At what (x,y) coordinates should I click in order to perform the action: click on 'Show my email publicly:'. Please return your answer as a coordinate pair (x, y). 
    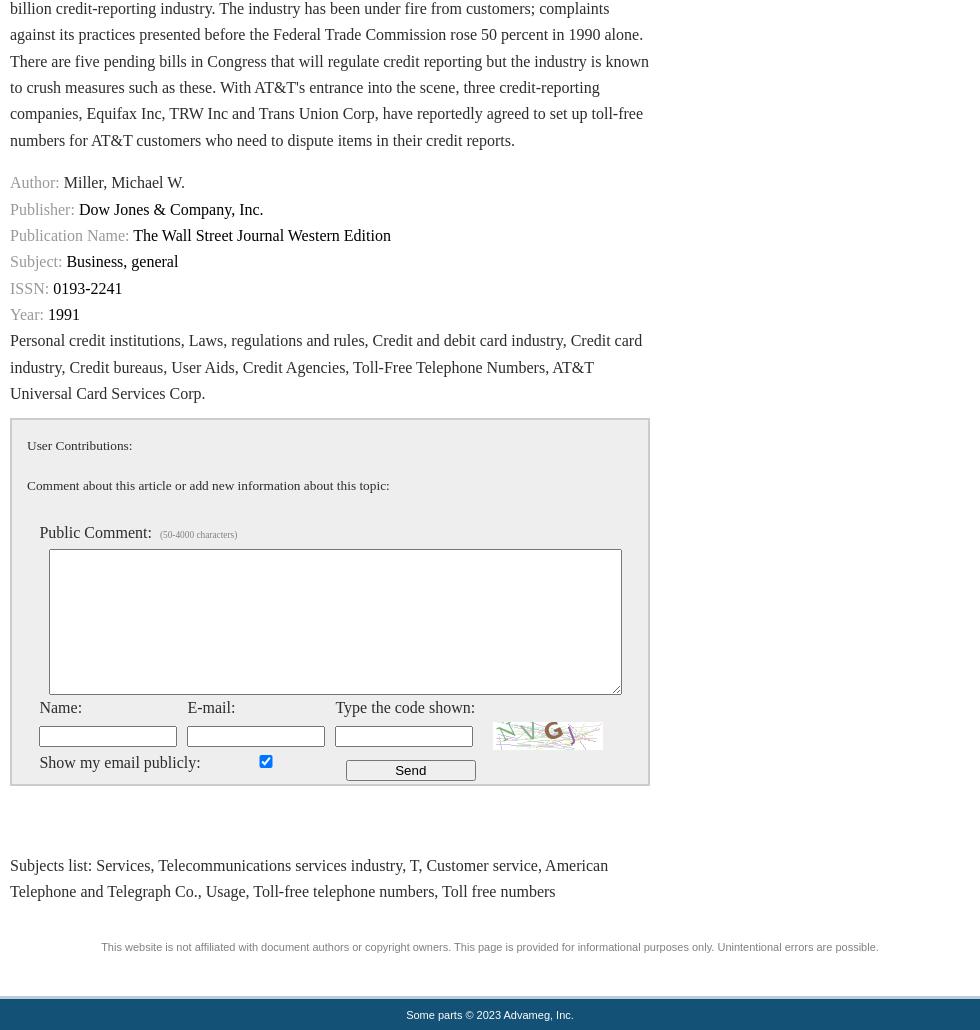
    Looking at the image, I should click on (119, 761).